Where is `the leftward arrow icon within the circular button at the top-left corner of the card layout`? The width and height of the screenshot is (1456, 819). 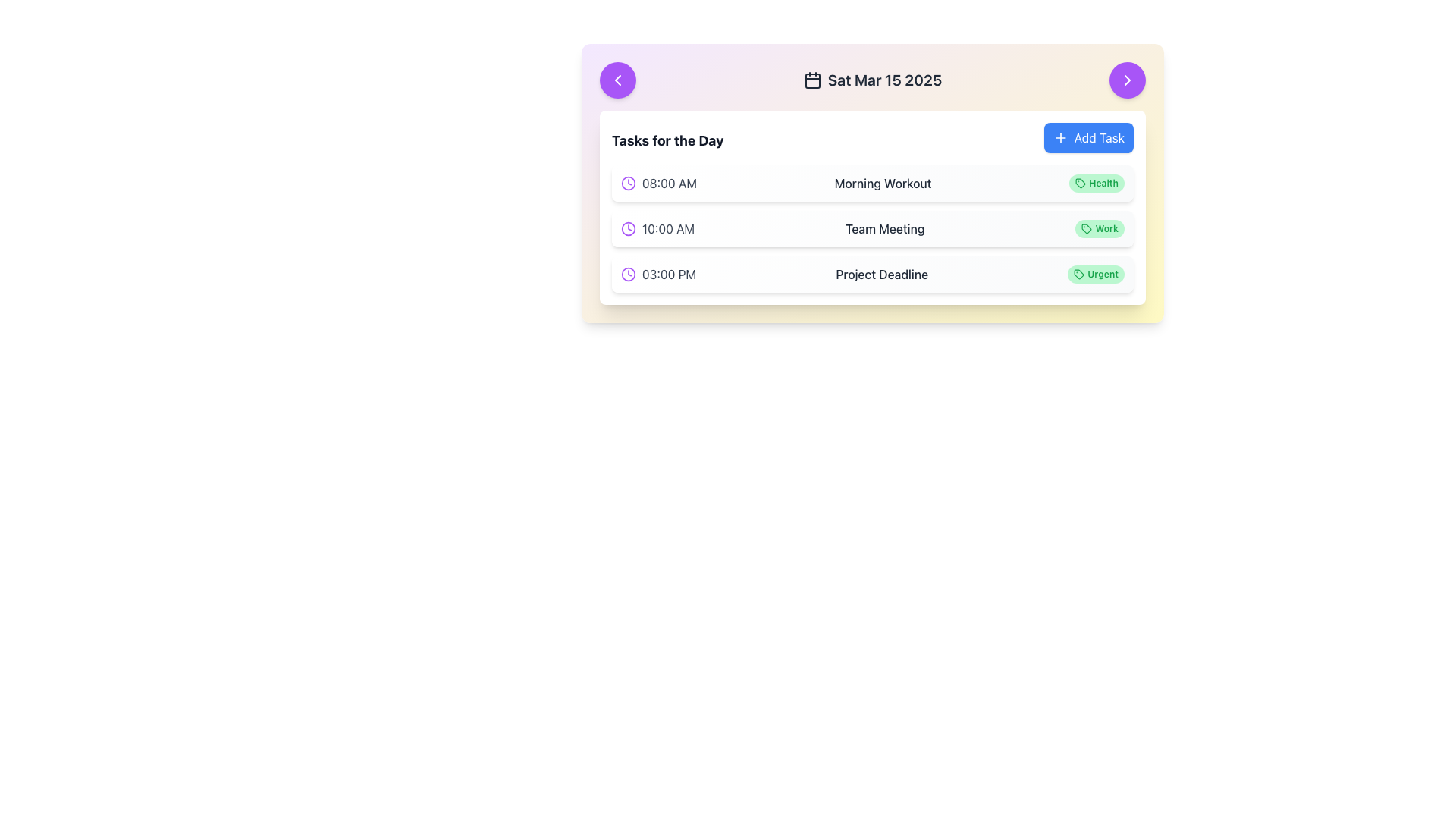
the leftward arrow icon within the circular button at the top-left corner of the card layout is located at coordinates (618, 80).